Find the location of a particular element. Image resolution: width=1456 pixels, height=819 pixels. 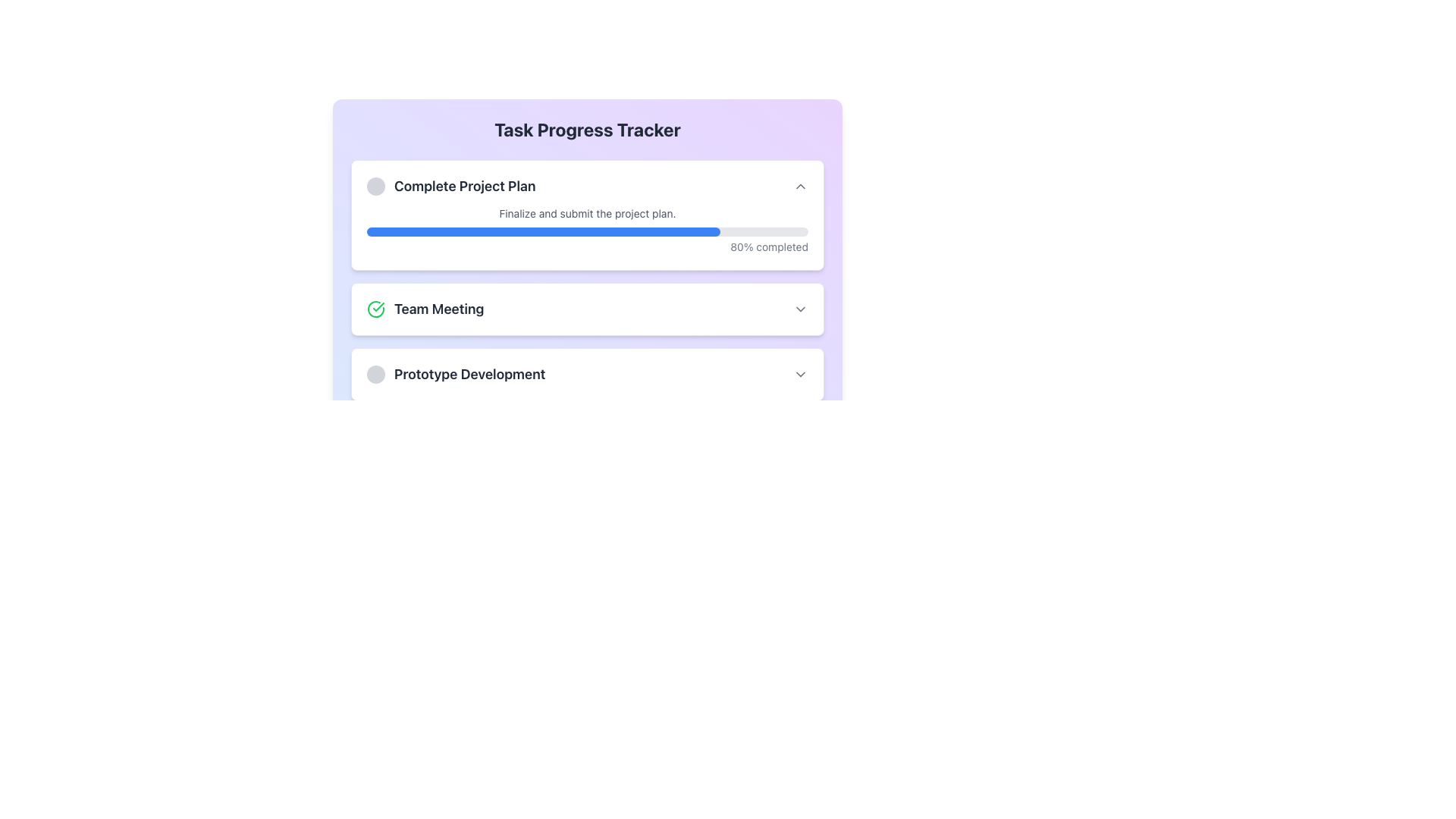

the progress bar indicating 80% completion, located within the 'Complete Project Plan' card is located at coordinates (586, 240).